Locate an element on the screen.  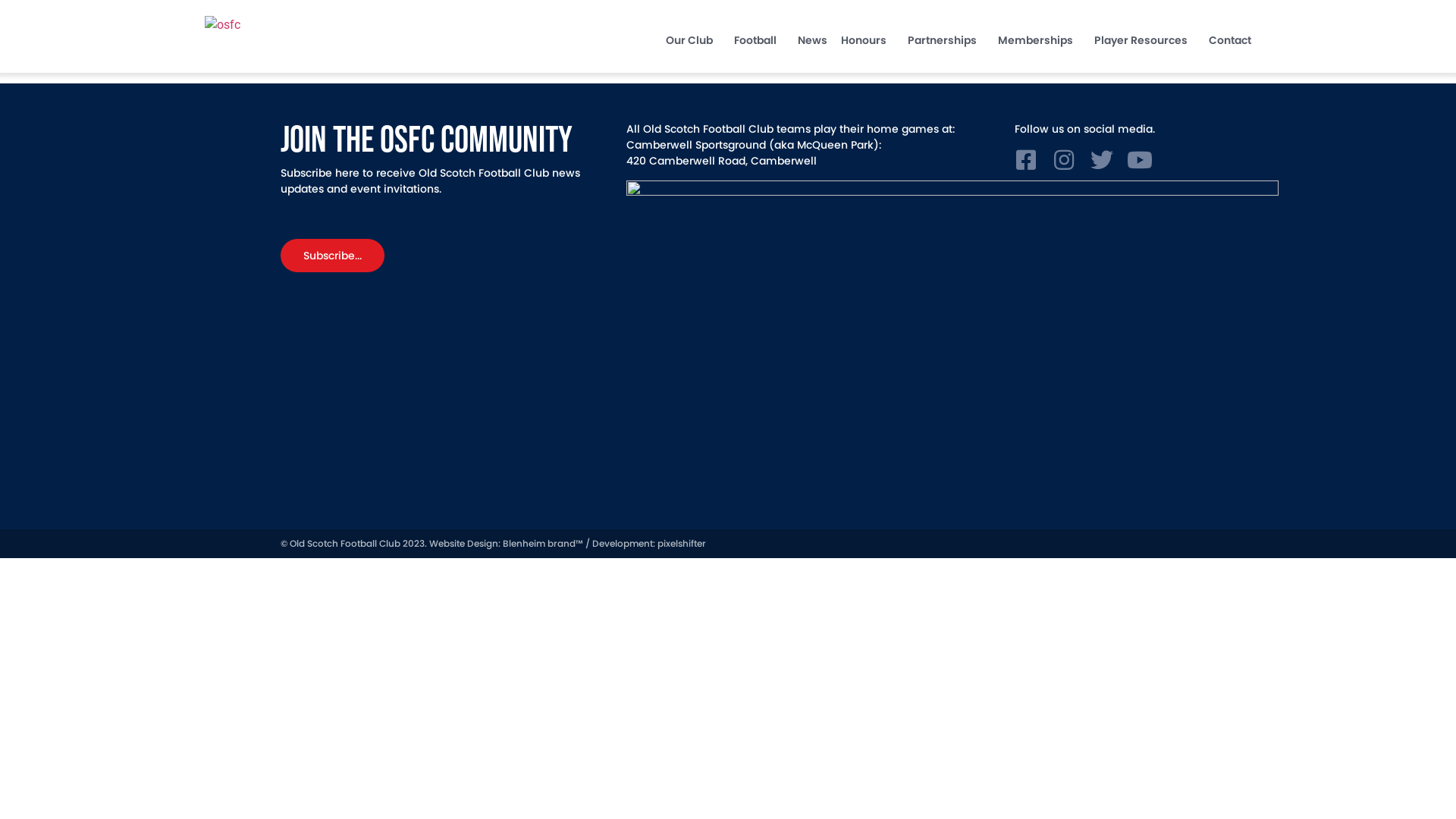
'pixelshifter' is located at coordinates (680, 542).